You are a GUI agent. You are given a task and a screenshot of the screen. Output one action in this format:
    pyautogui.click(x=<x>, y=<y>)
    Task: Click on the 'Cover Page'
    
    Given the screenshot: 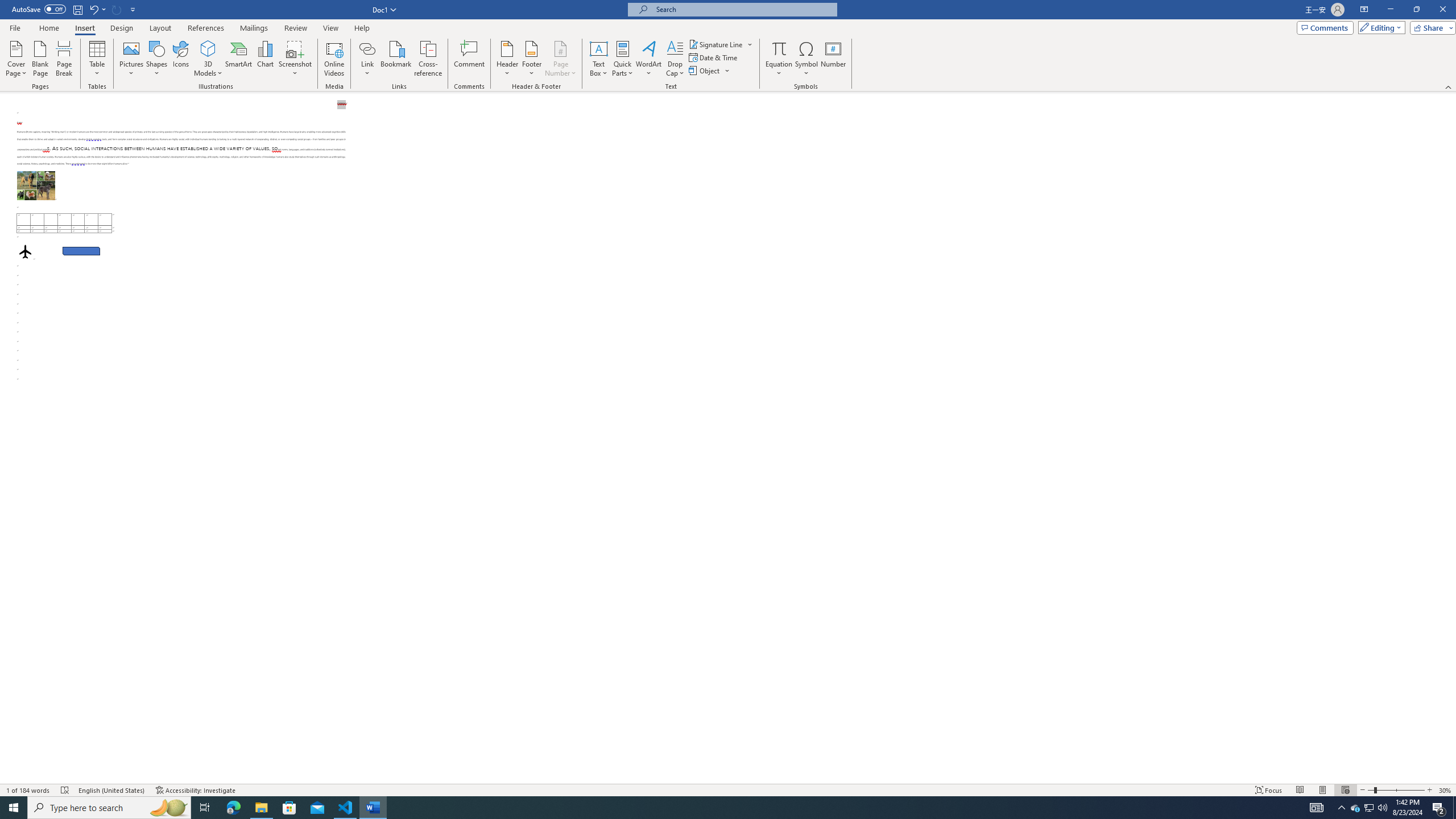 What is the action you would take?
    pyautogui.click(x=16, y=59)
    